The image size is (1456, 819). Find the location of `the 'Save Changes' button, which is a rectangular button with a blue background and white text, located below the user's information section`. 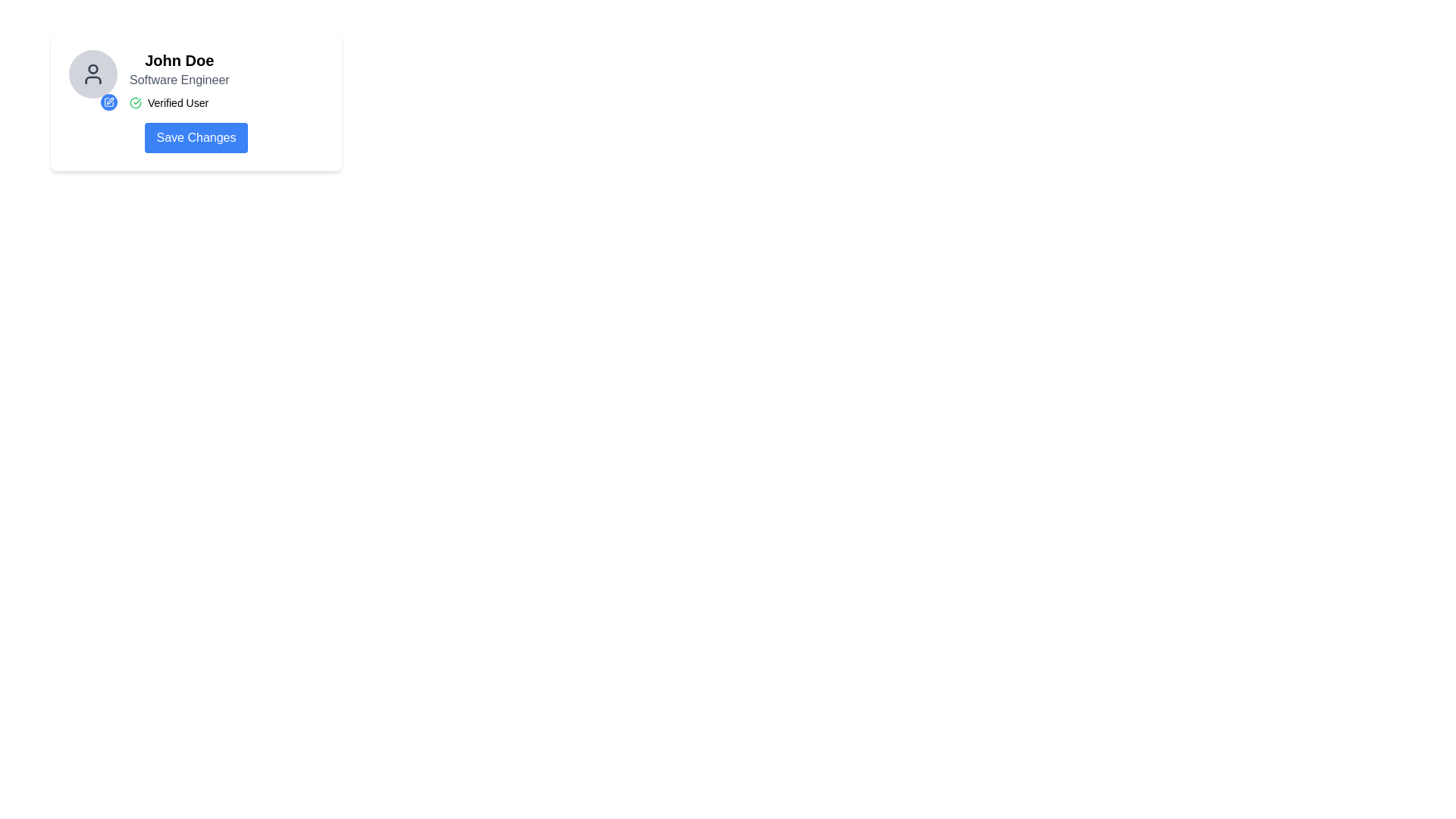

the 'Save Changes' button, which is a rectangular button with a blue background and white text, located below the user's information section is located at coordinates (196, 137).